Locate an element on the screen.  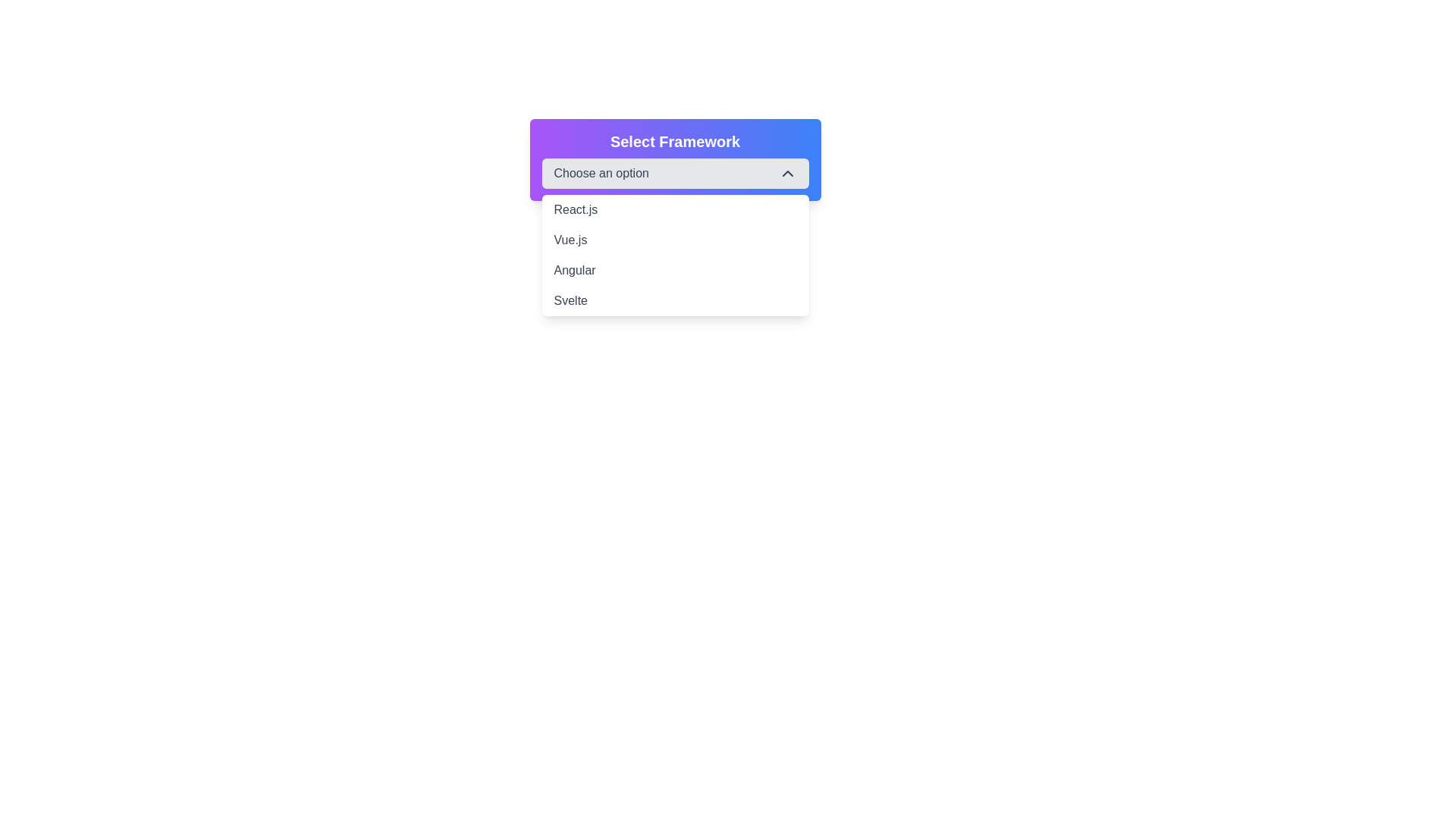
the 'Svelte' text label in the dropdown menu is located at coordinates (570, 301).